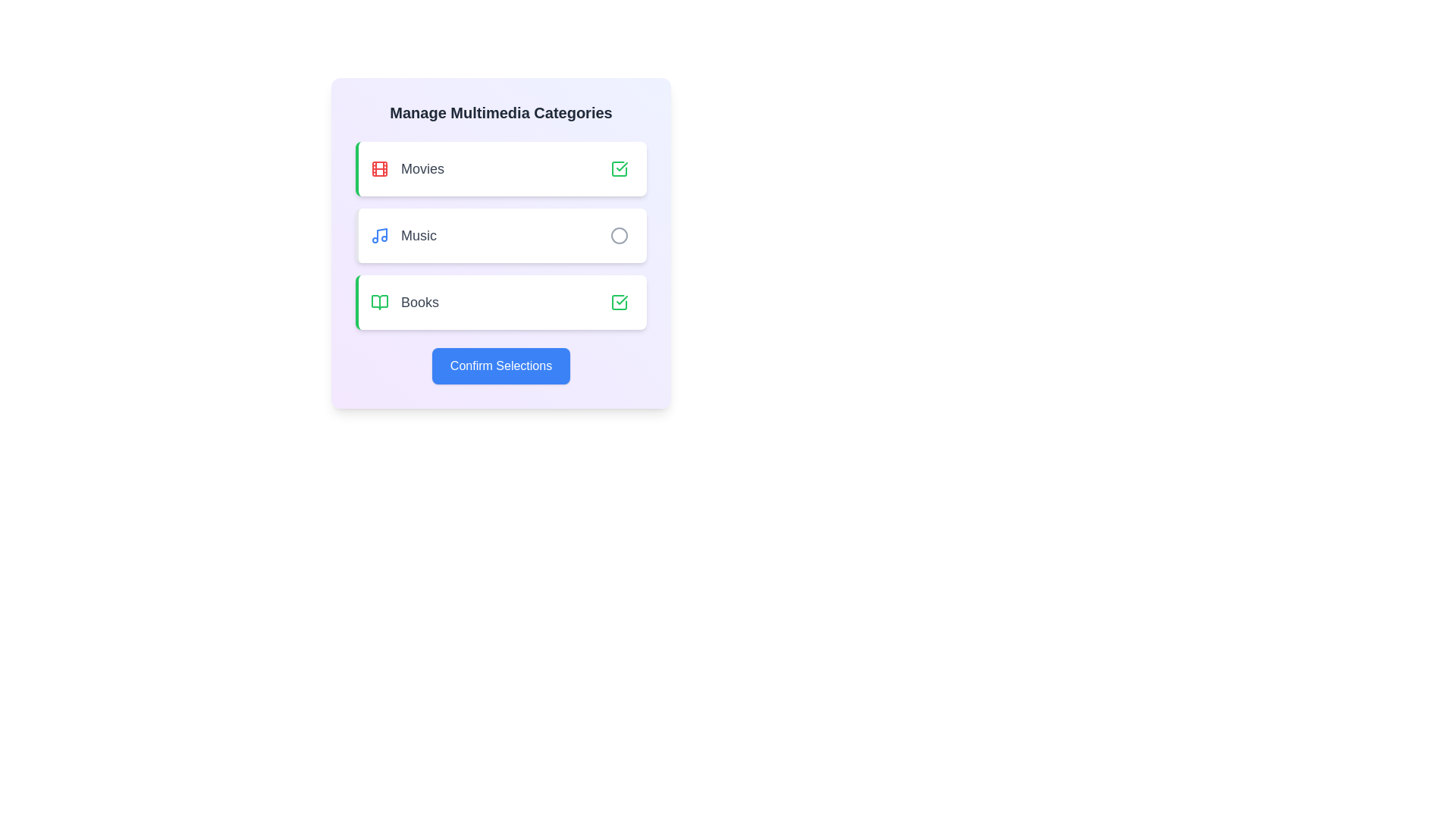 Image resolution: width=1456 pixels, height=819 pixels. What do you see at coordinates (501, 169) in the screenshot?
I see `the category Movies to inspect its icon and text` at bounding box center [501, 169].